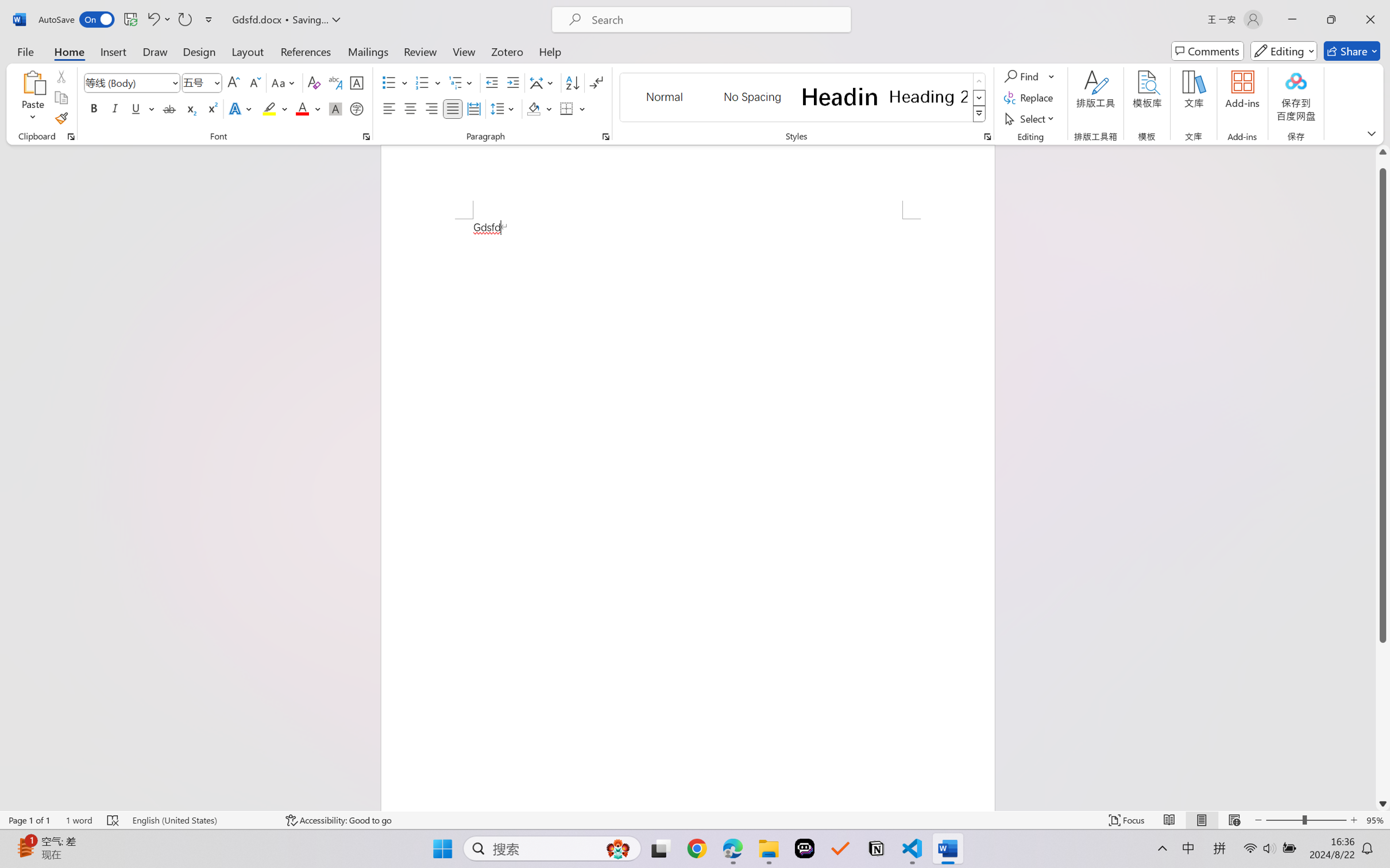  I want to click on 'Distributed', so click(473, 108).